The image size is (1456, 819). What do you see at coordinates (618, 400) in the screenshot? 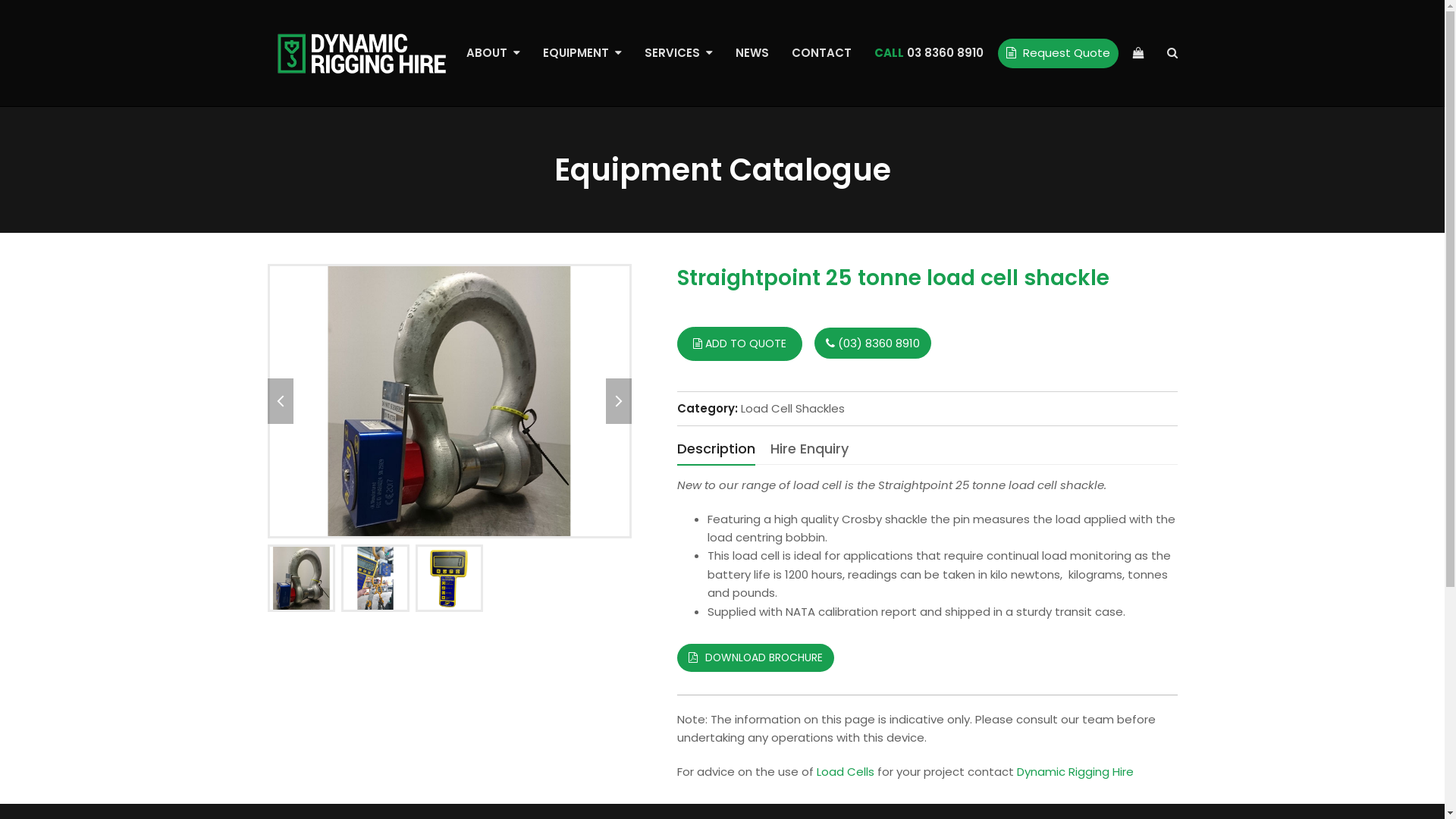
I see `'next slide'` at bounding box center [618, 400].